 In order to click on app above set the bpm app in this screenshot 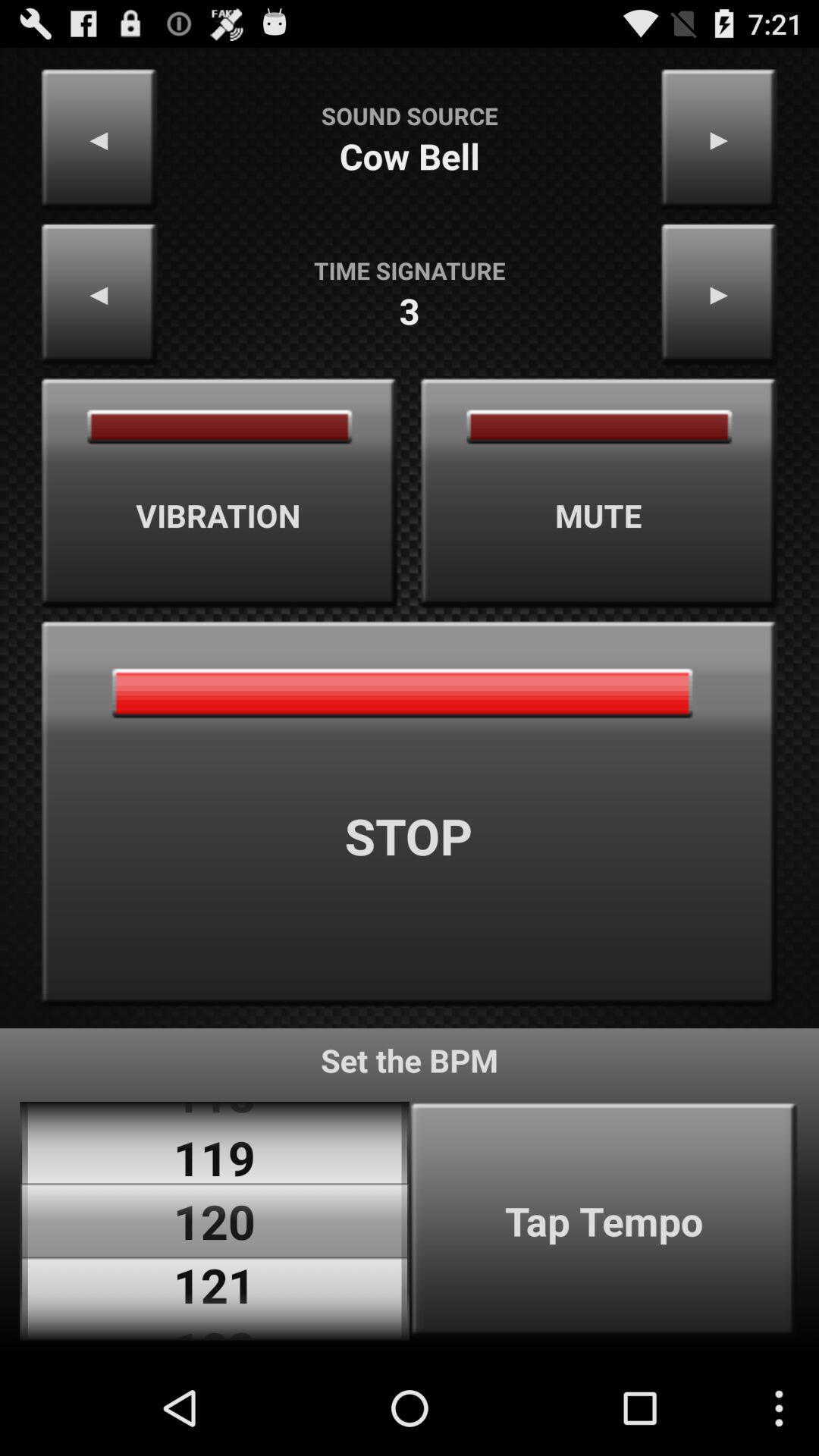, I will do `click(409, 813)`.